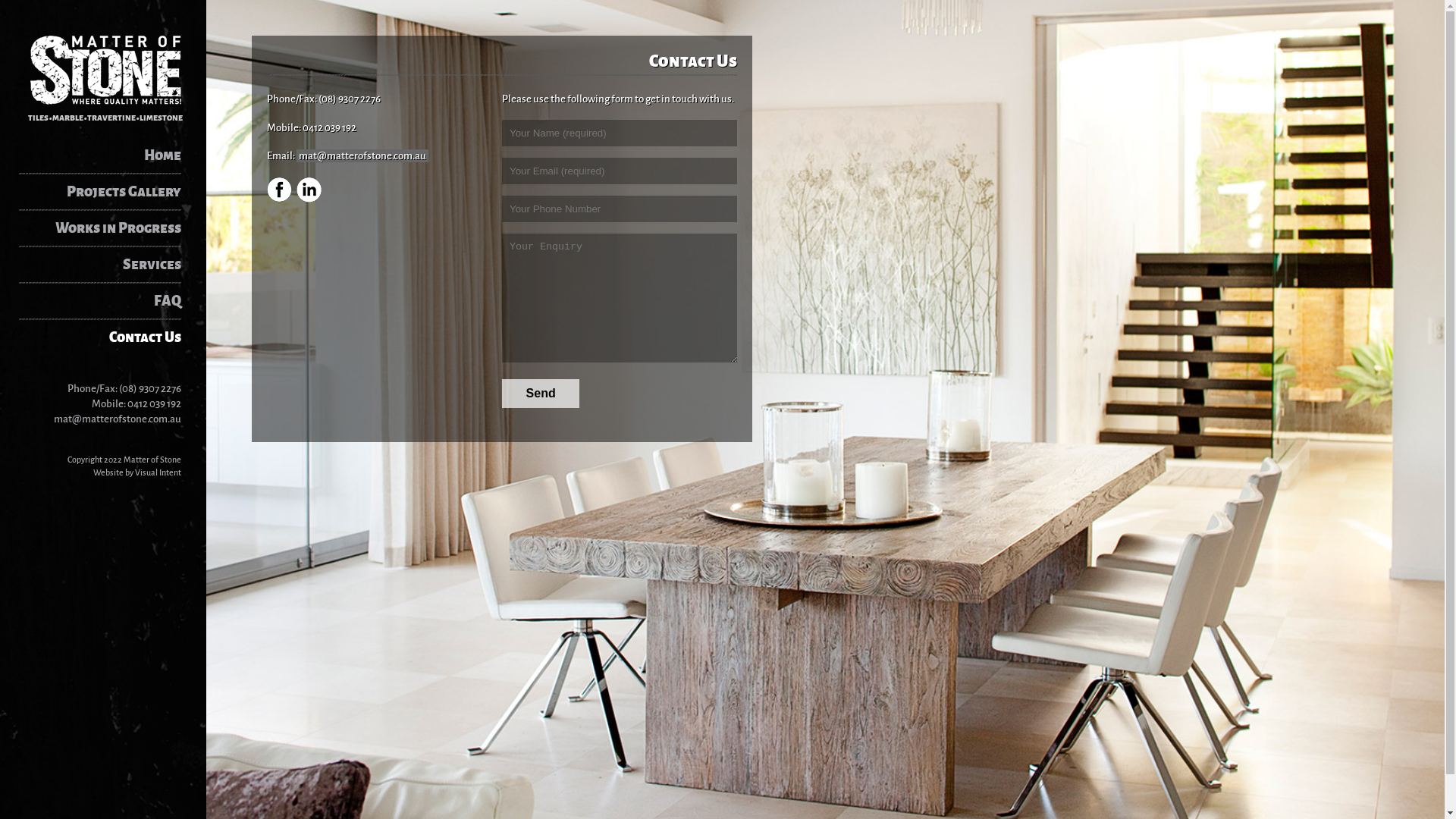 The height and width of the screenshot is (819, 1456). What do you see at coordinates (116, 418) in the screenshot?
I see `'mat@matterofstone.com.au'` at bounding box center [116, 418].